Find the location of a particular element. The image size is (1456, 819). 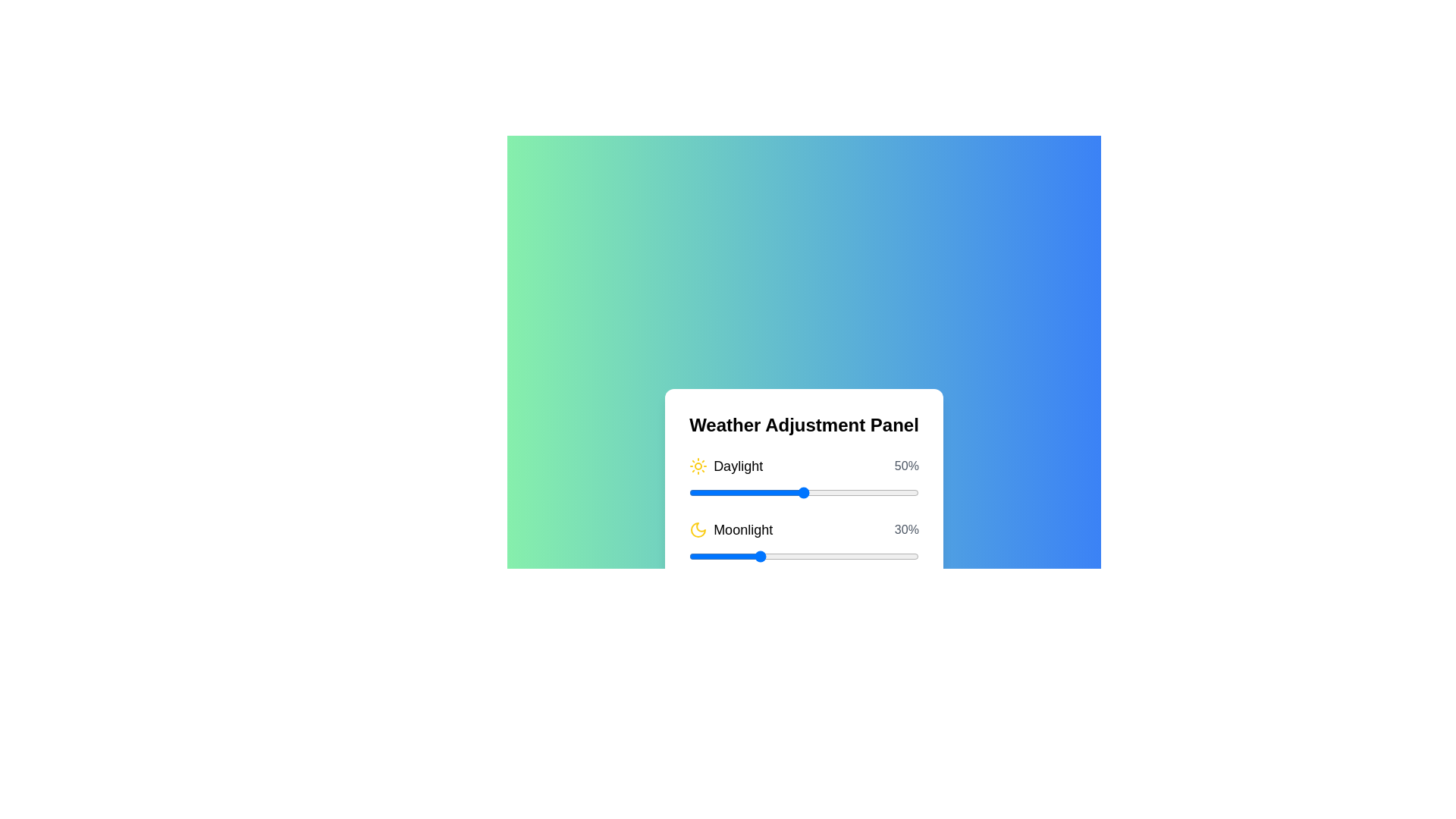

the Daylight slider to 88% is located at coordinates (891, 493).